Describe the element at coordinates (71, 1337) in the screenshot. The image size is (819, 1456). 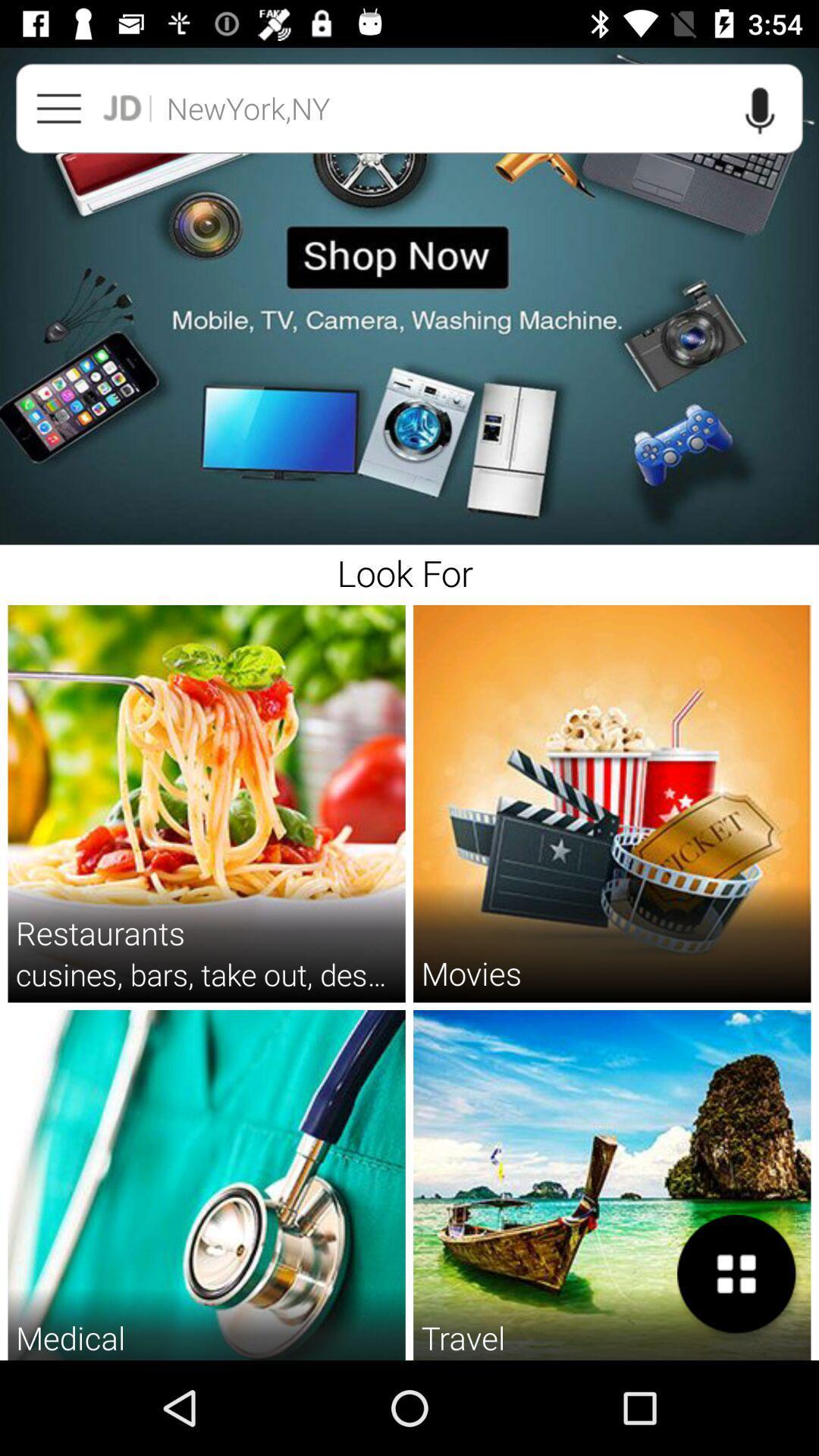
I see `medical item` at that location.